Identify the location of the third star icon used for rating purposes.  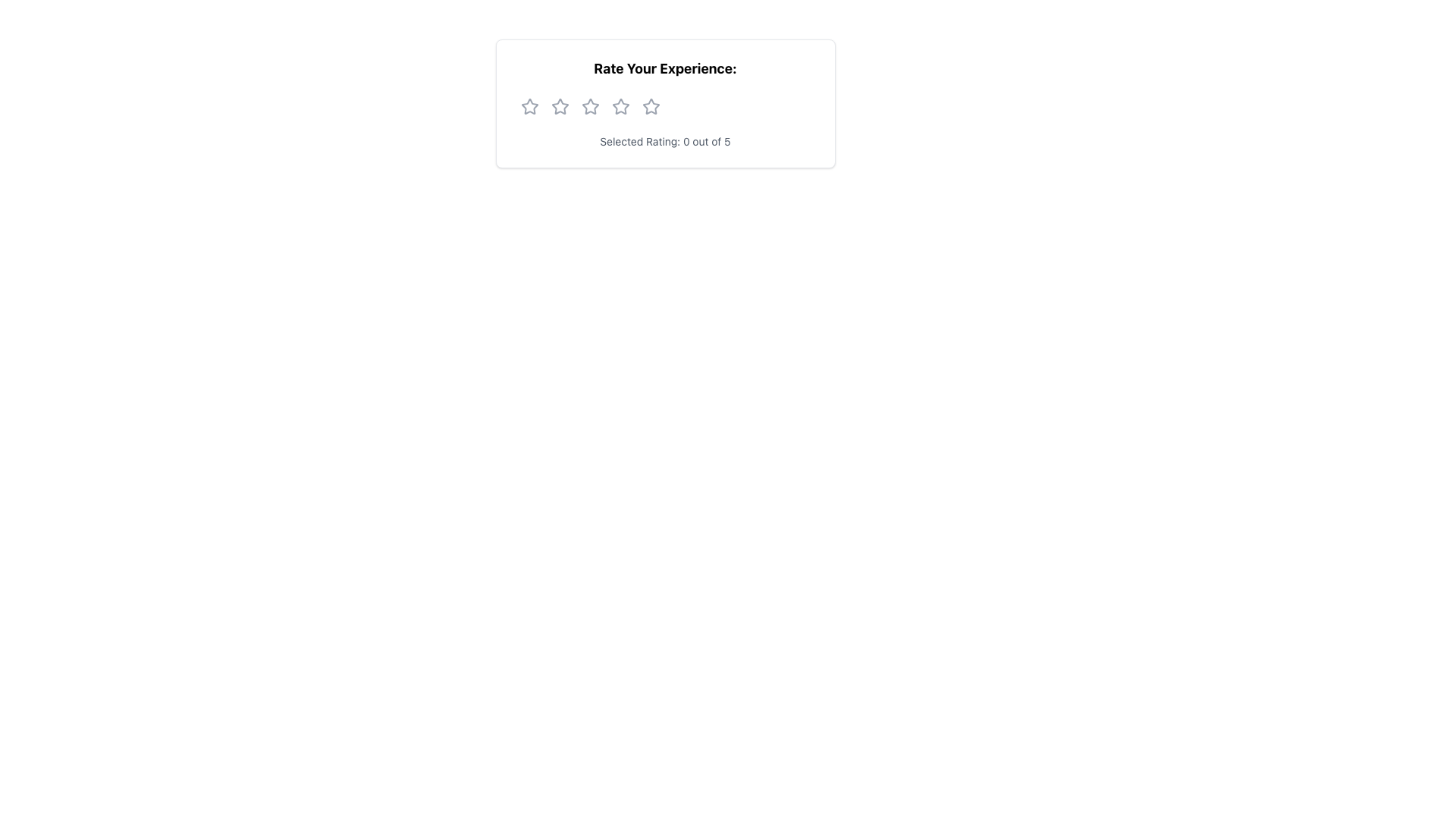
(620, 106).